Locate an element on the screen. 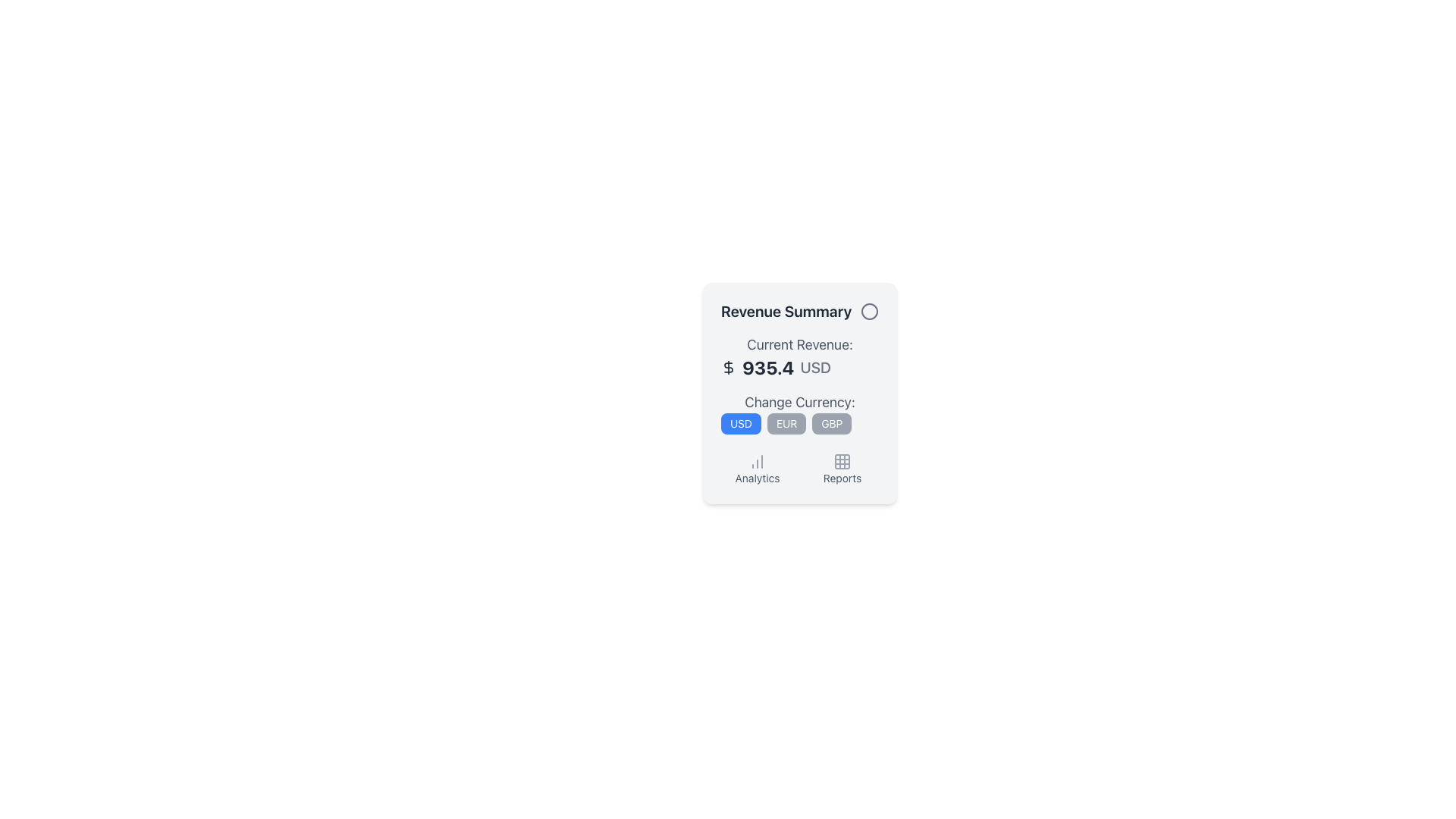  the 'GBP' currency button located below the 'Change Currency:' text is located at coordinates (831, 424).